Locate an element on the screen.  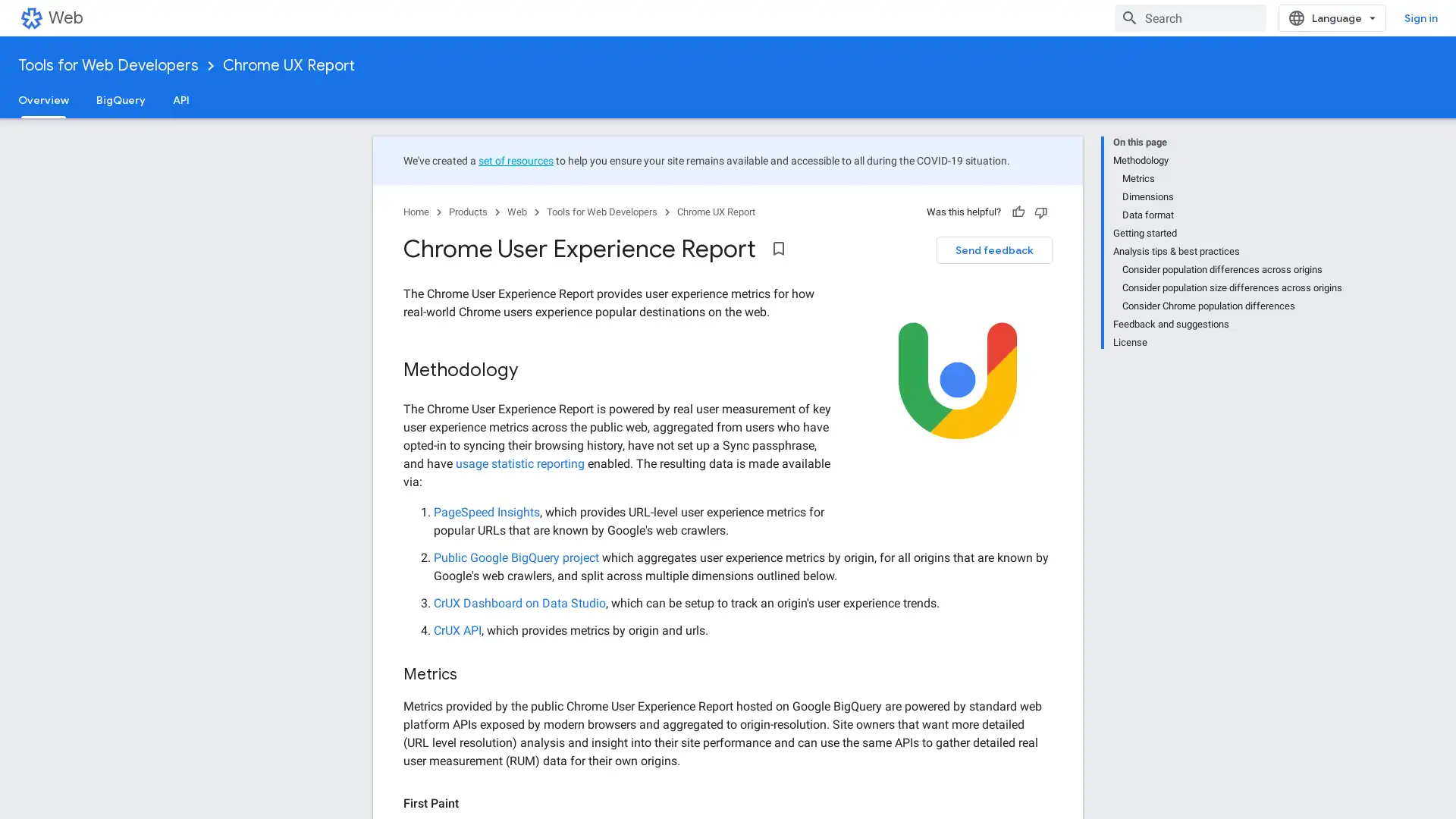
Copy link to this section: Metrics is located at coordinates (472, 674).